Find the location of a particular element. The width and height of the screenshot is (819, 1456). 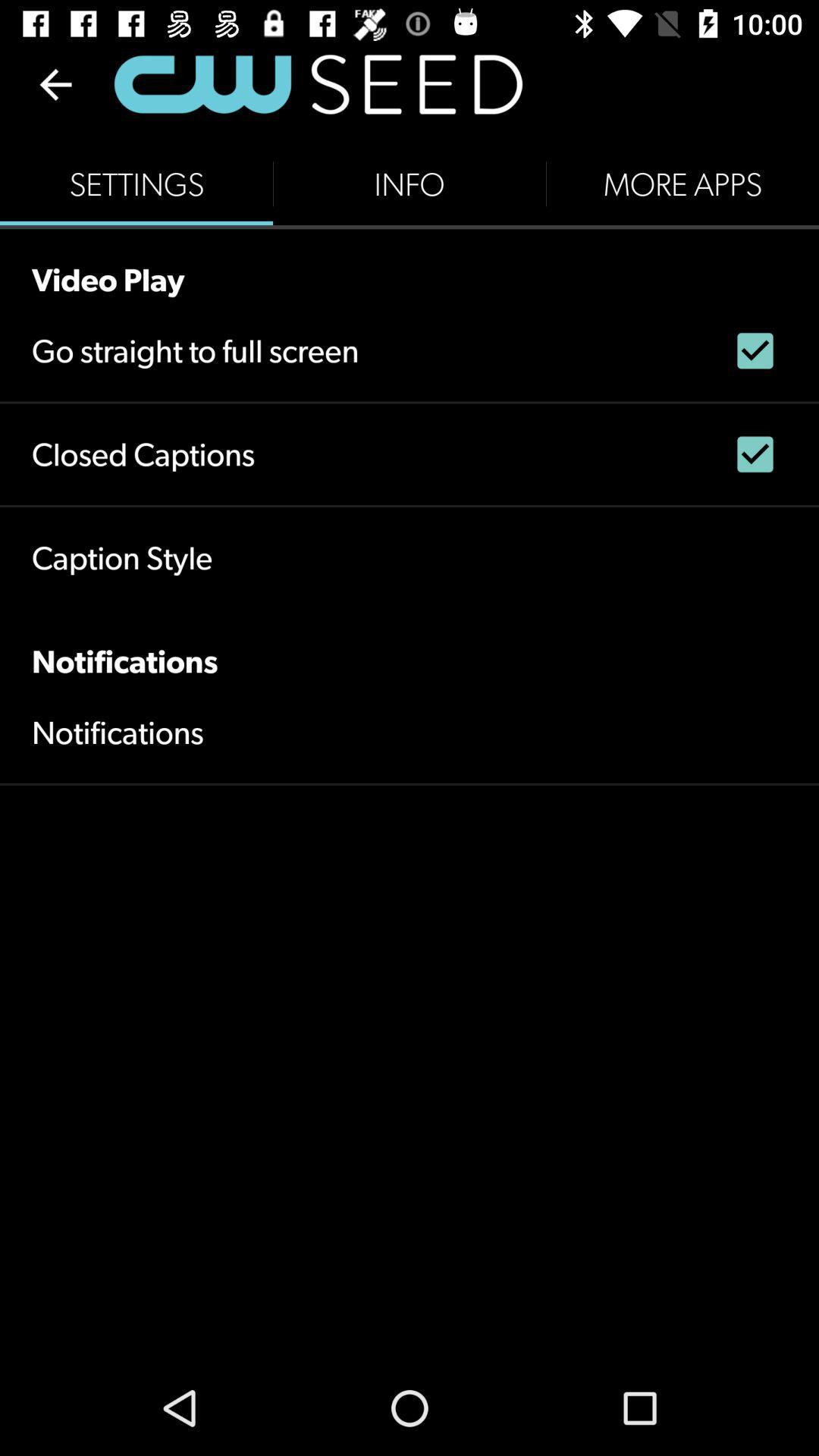

the item to the right of the info item is located at coordinates (681, 184).